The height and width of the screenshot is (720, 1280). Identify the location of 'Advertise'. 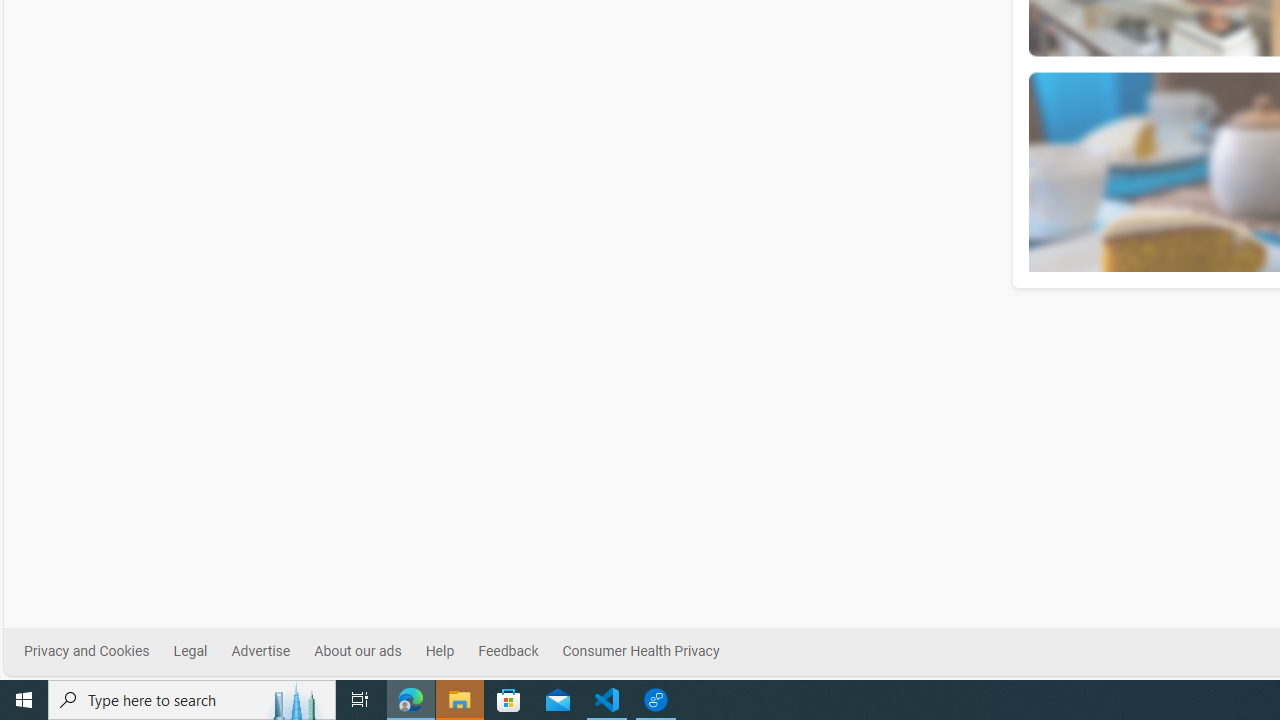
(259, 651).